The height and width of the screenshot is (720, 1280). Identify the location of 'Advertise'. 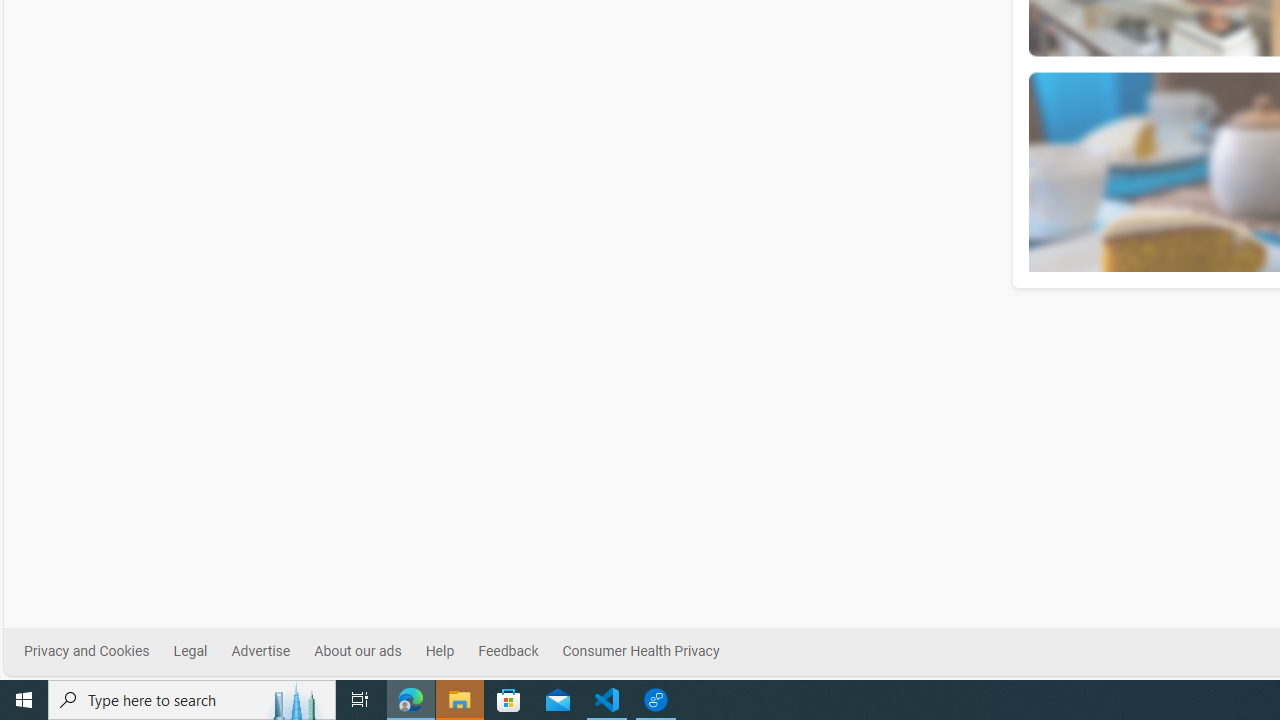
(259, 651).